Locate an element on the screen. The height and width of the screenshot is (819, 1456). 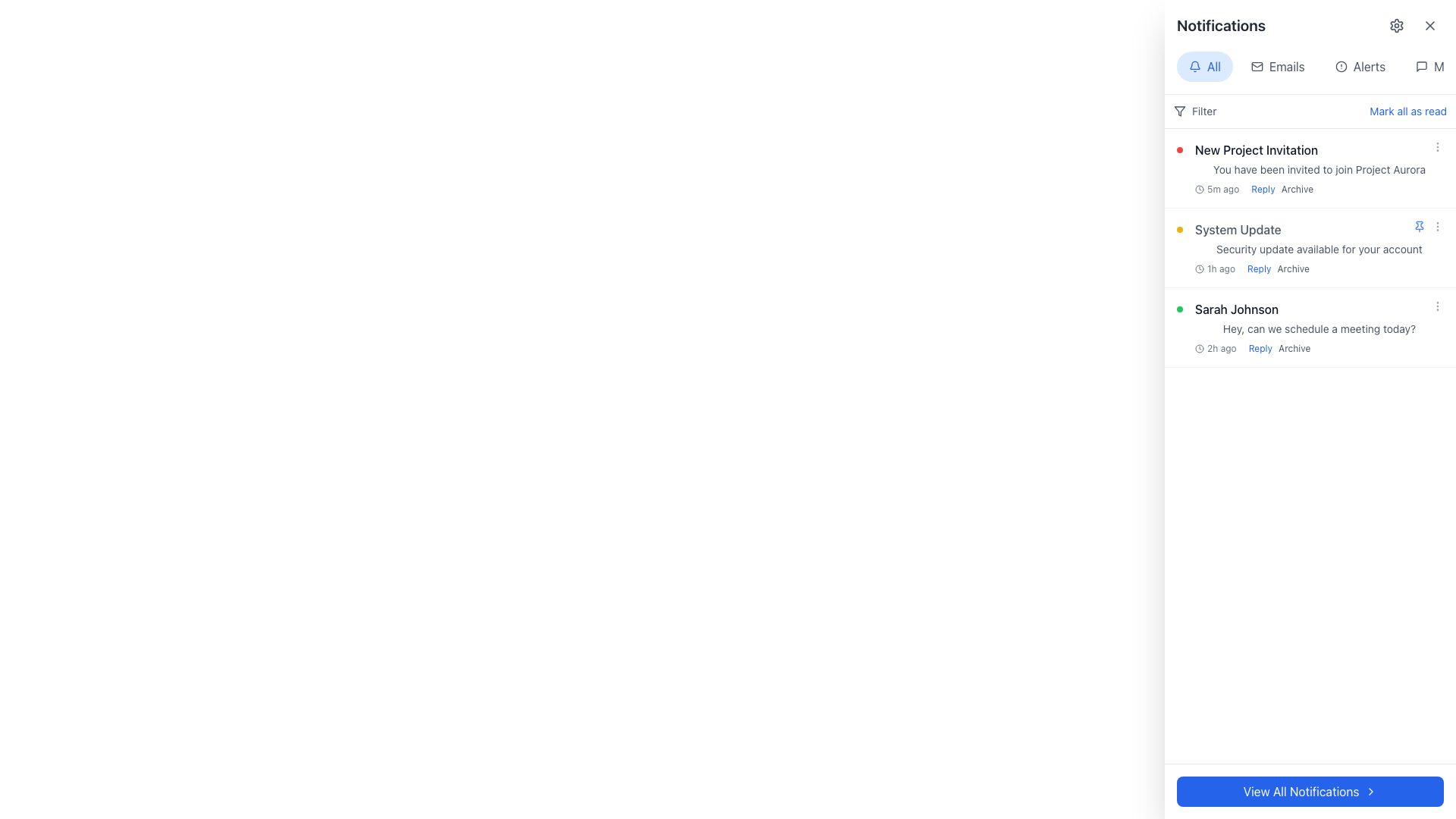
text content 'Security update available for your account' located under the heading 'System Update' in the notifications list is located at coordinates (1318, 248).